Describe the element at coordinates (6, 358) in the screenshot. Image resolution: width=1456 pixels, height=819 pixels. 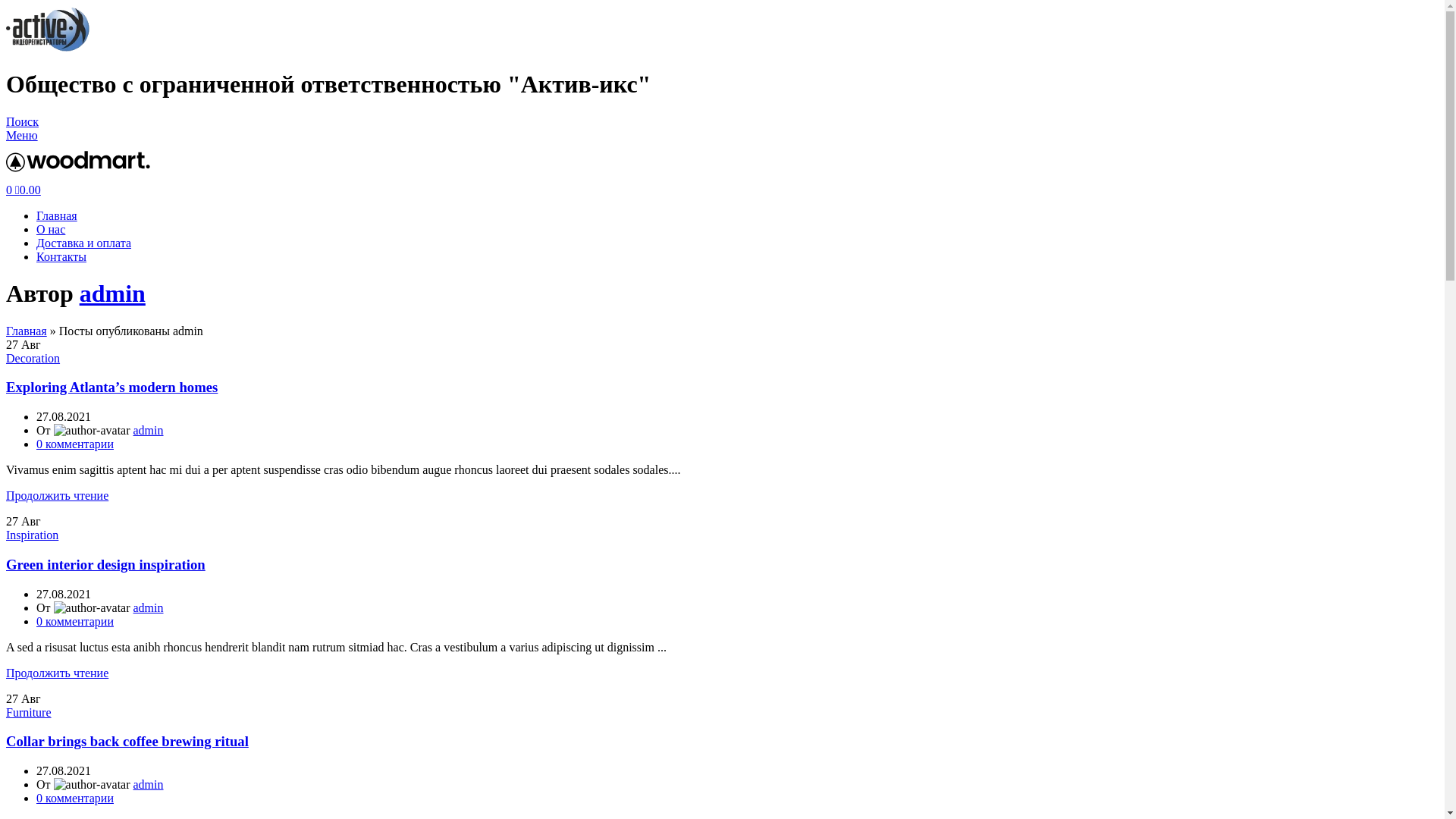
I see `'Decoration'` at that location.